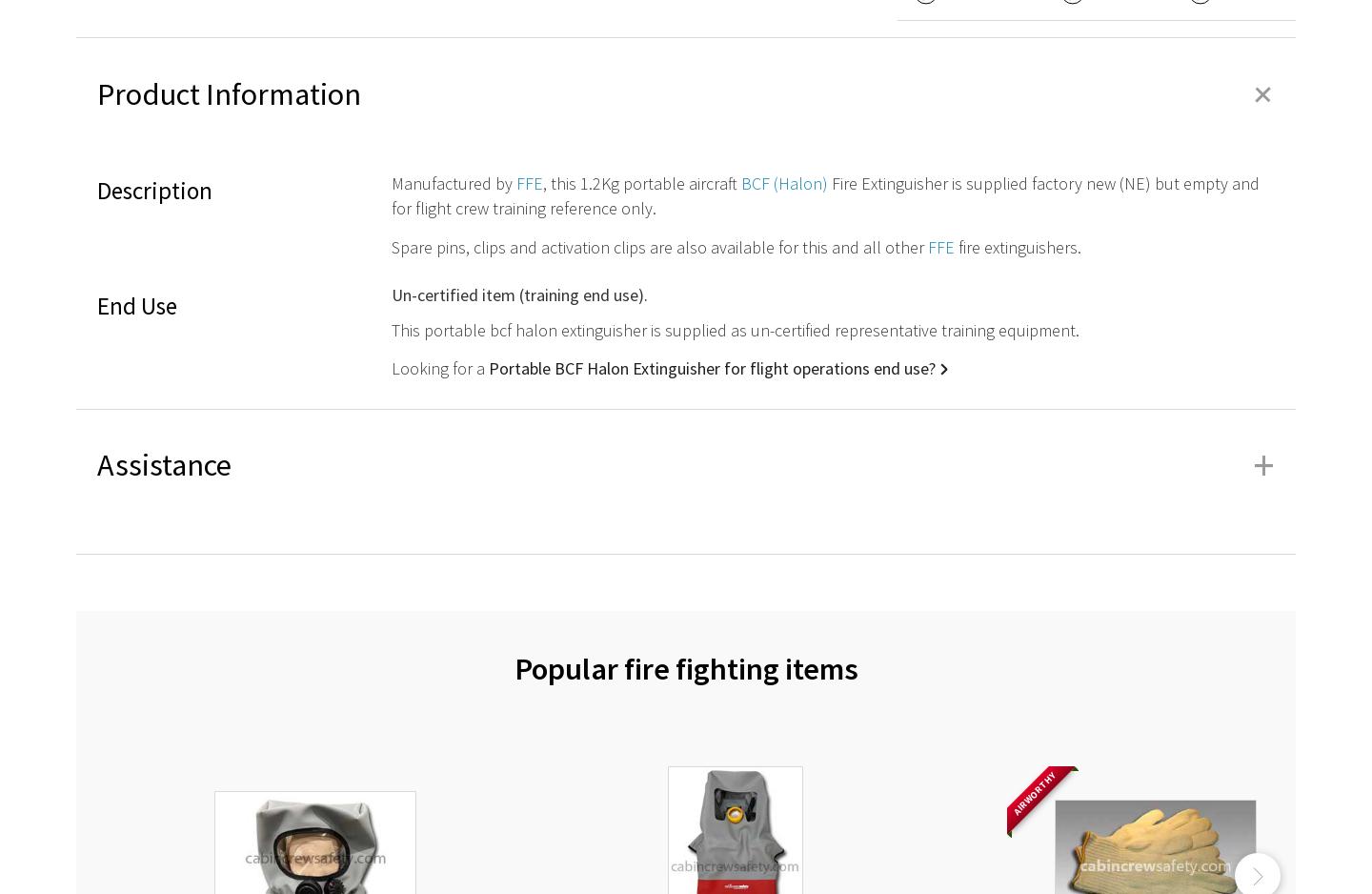  Describe the element at coordinates (774, 675) in the screenshot. I see `'The story so far'` at that location.